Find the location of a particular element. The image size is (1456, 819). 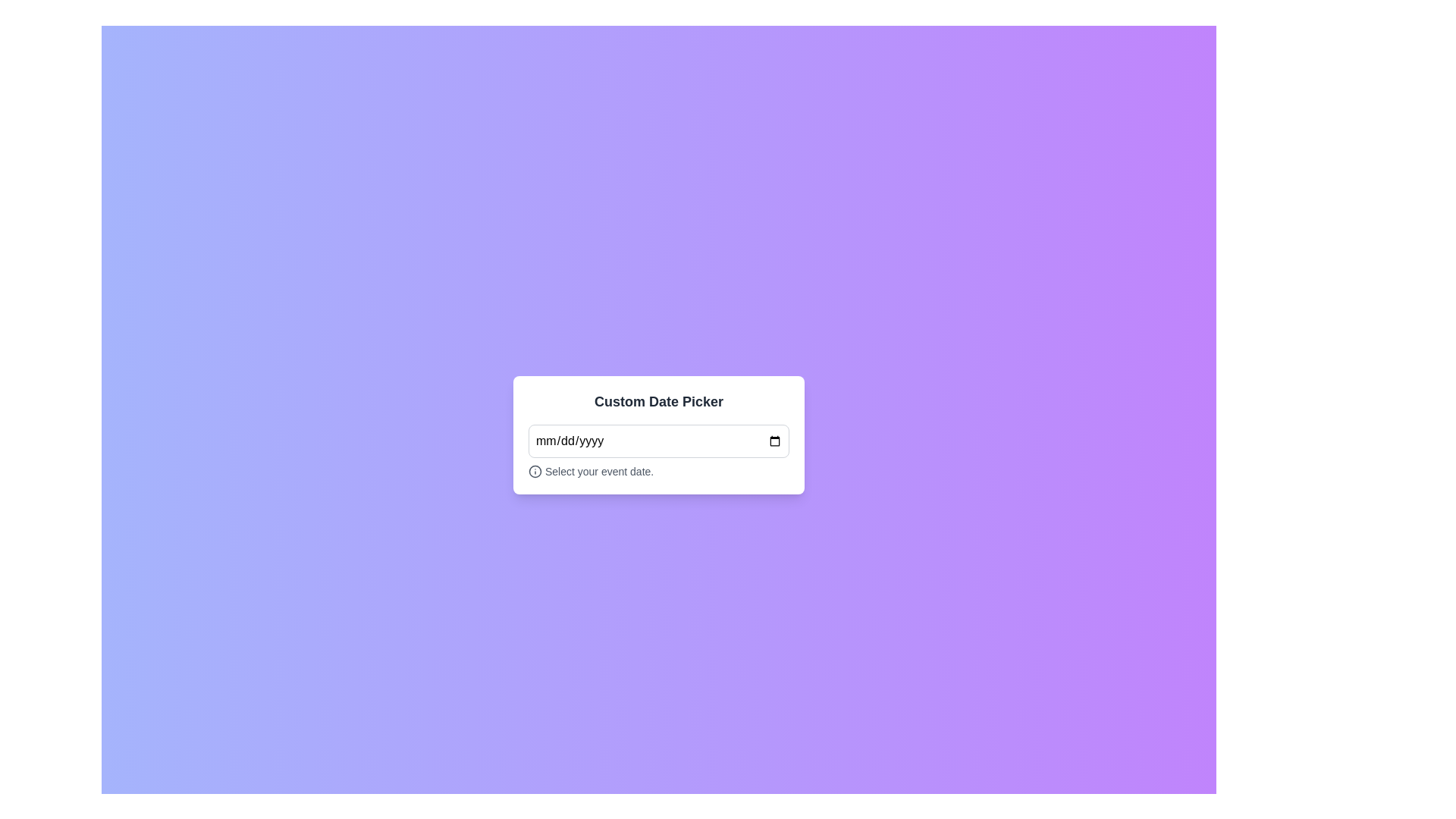

the Text Label that serves as a title or header for selecting a date is located at coordinates (658, 400).